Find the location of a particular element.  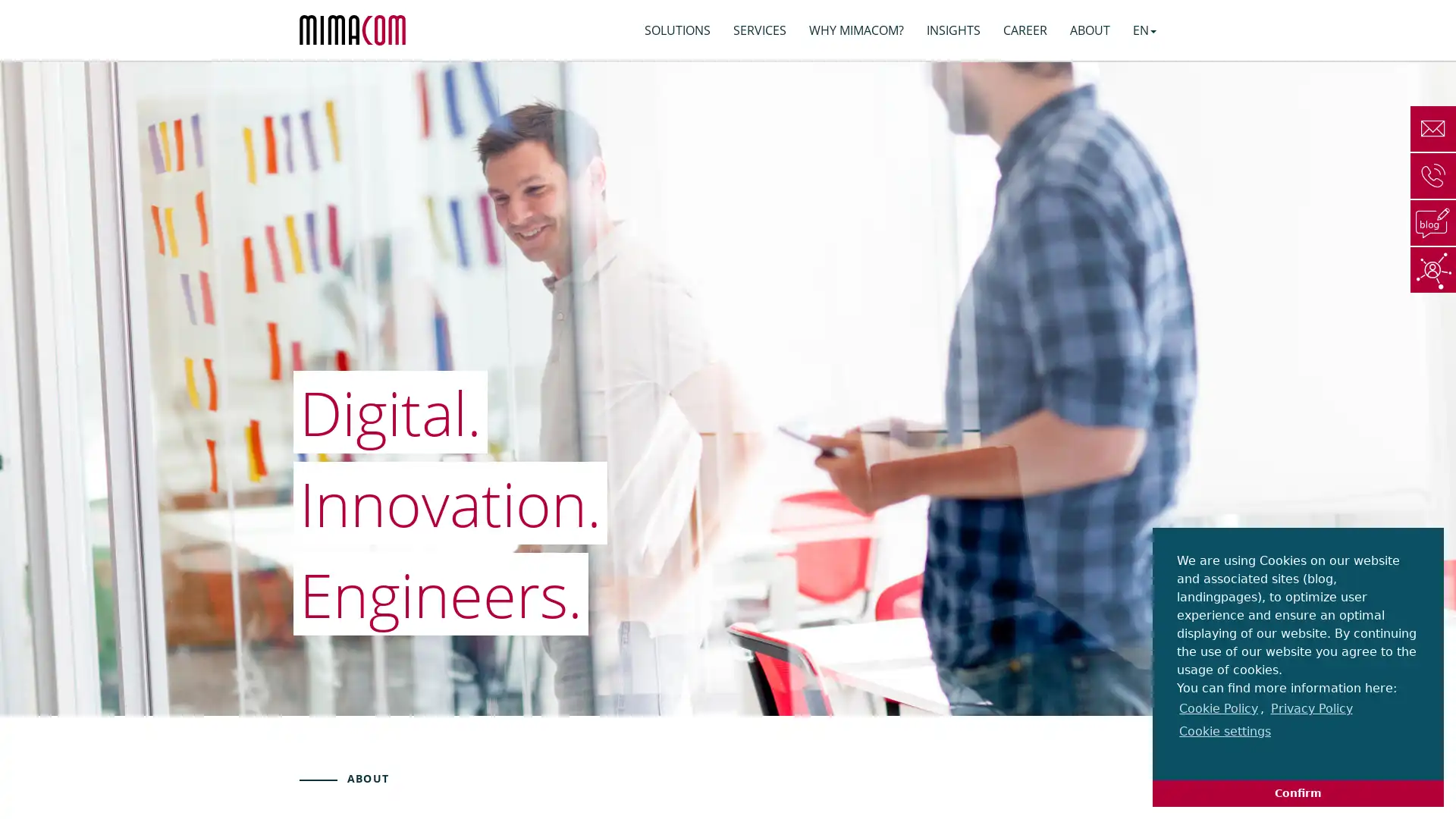

learn more about cookies is located at coordinates (1310, 708).